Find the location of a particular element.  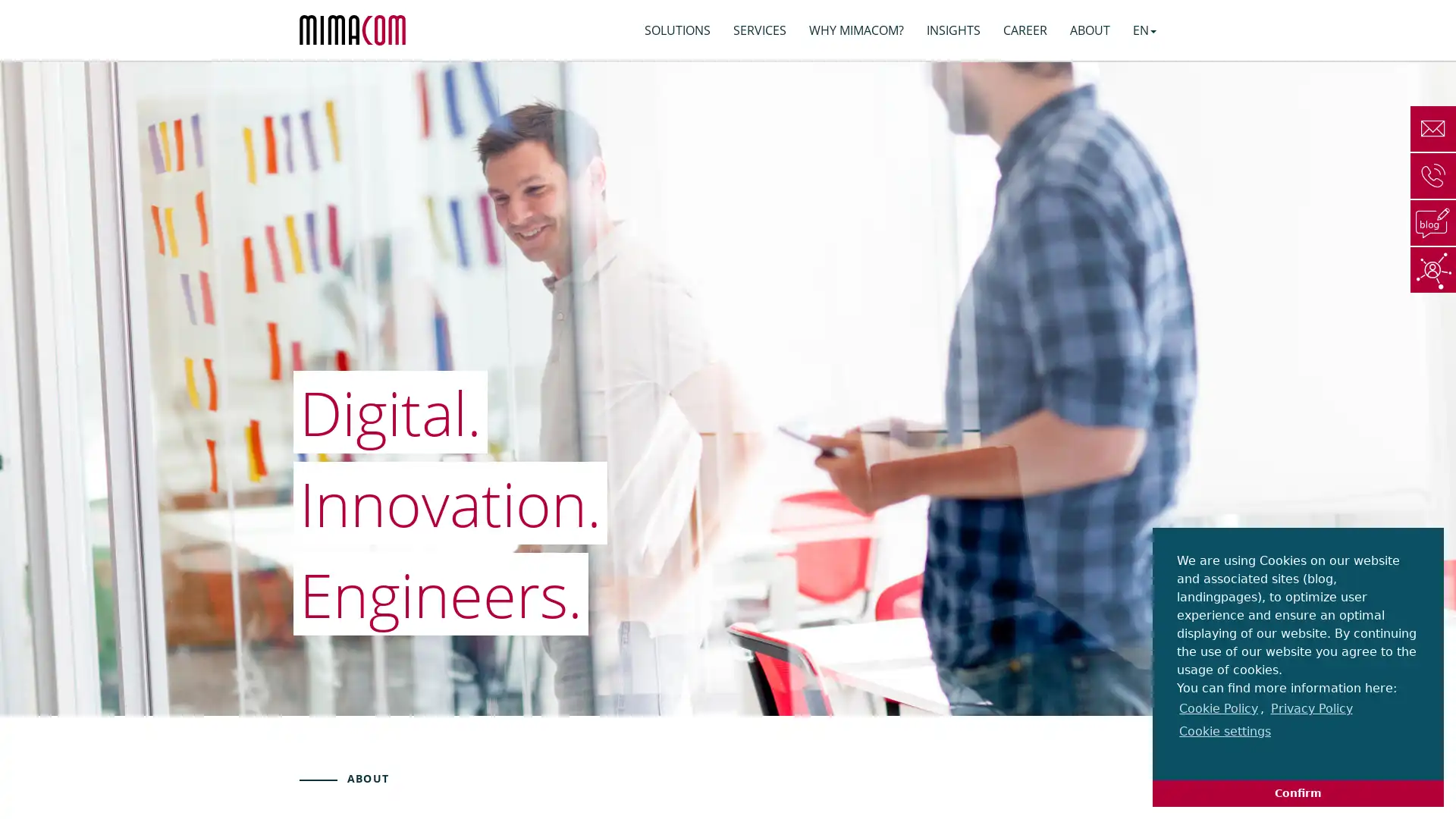

learn more about cookies is located at coordinates (1310, 708).